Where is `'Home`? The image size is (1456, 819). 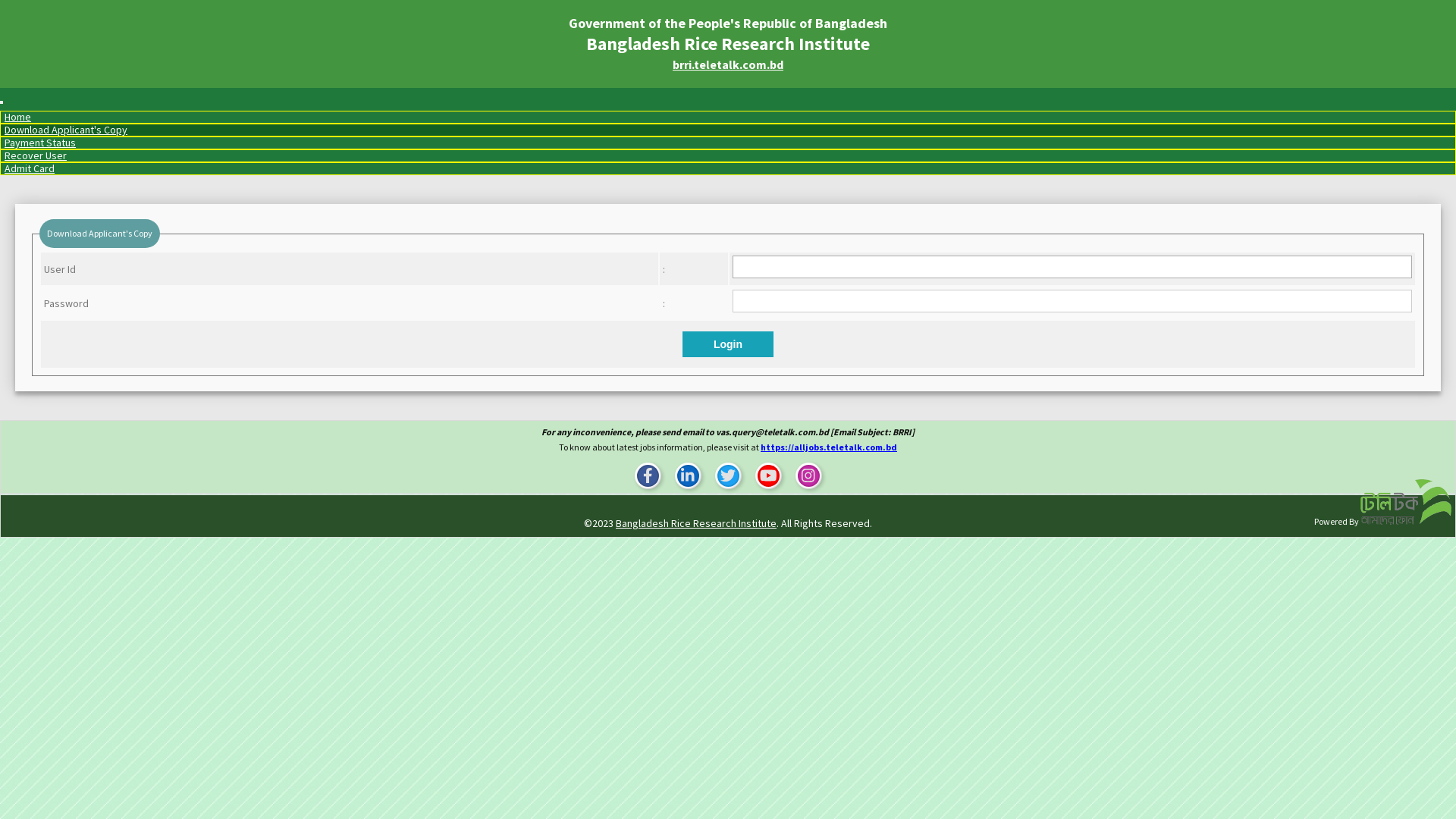
'Home is located at coordinates (17, 116).